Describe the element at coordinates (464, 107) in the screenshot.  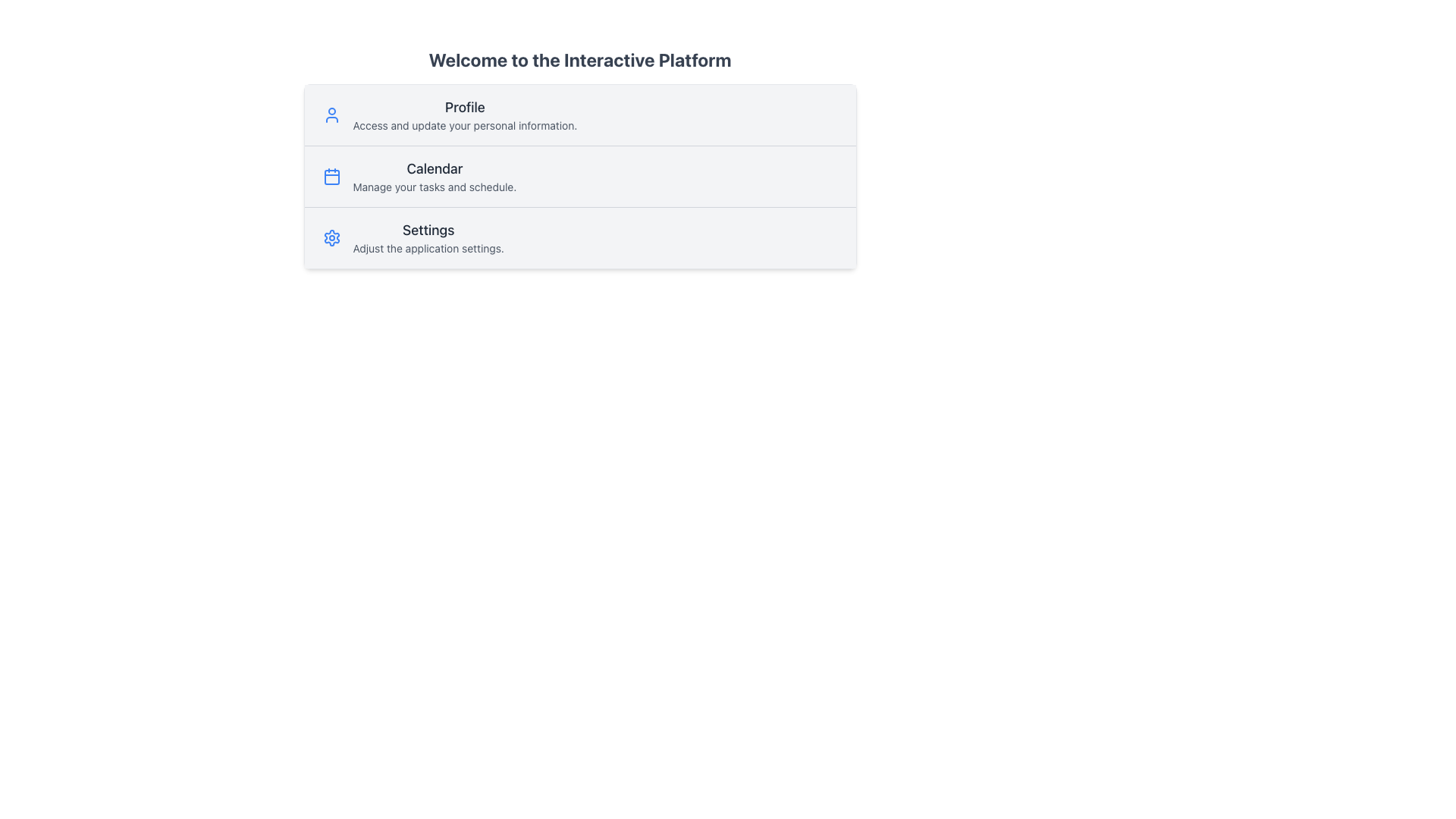
I see `the Text Label that serves as a heading for the section, located at the top-left of the card layout, above the subtitle 'Access and update your personal information.'` at that location.